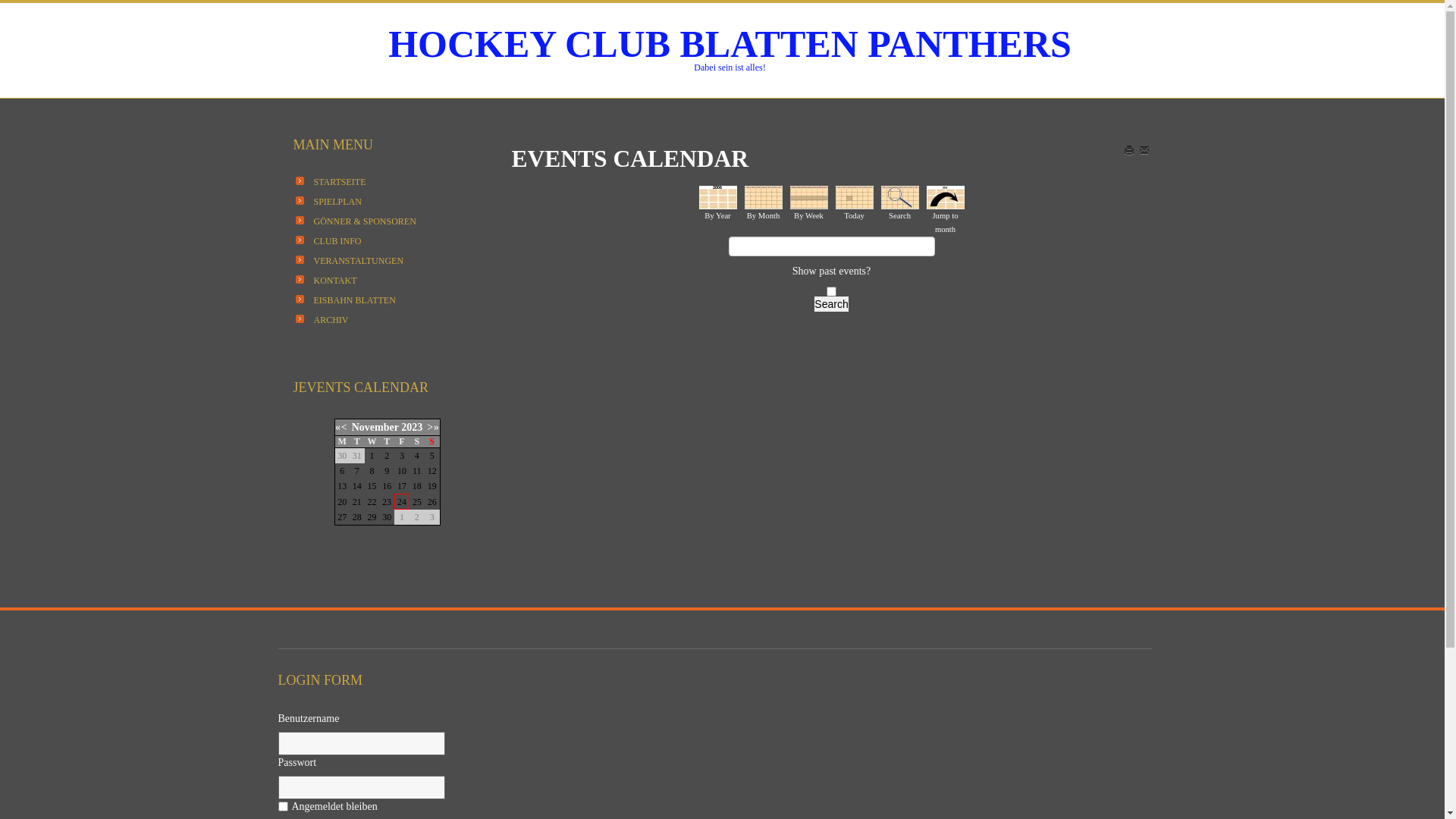  Describe the element at coordinates (367, 500) in the screenshot. I see `'22'` at that location.